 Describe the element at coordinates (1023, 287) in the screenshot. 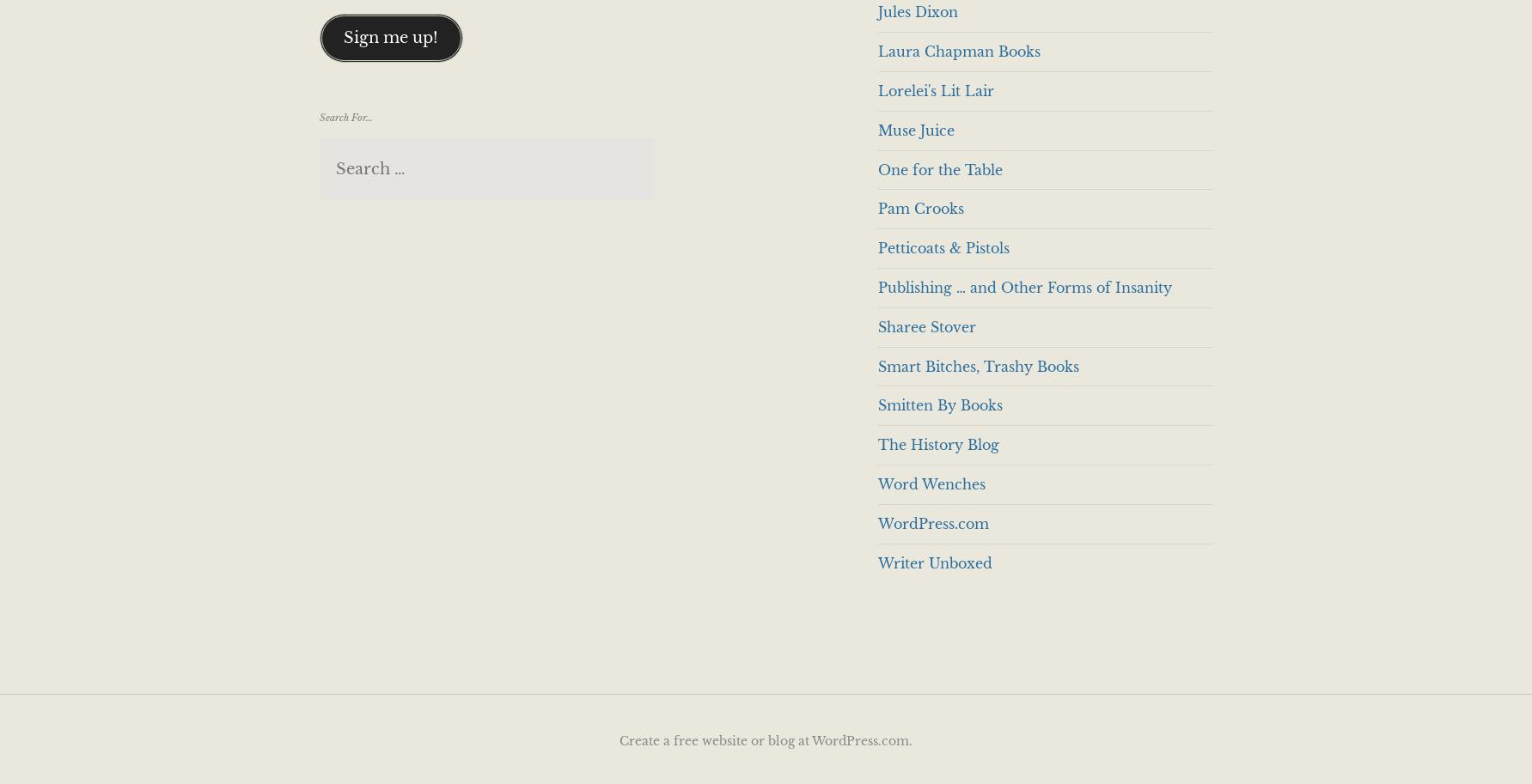

I see `'Publishing … and Other Forms of Insanity'` at that location.